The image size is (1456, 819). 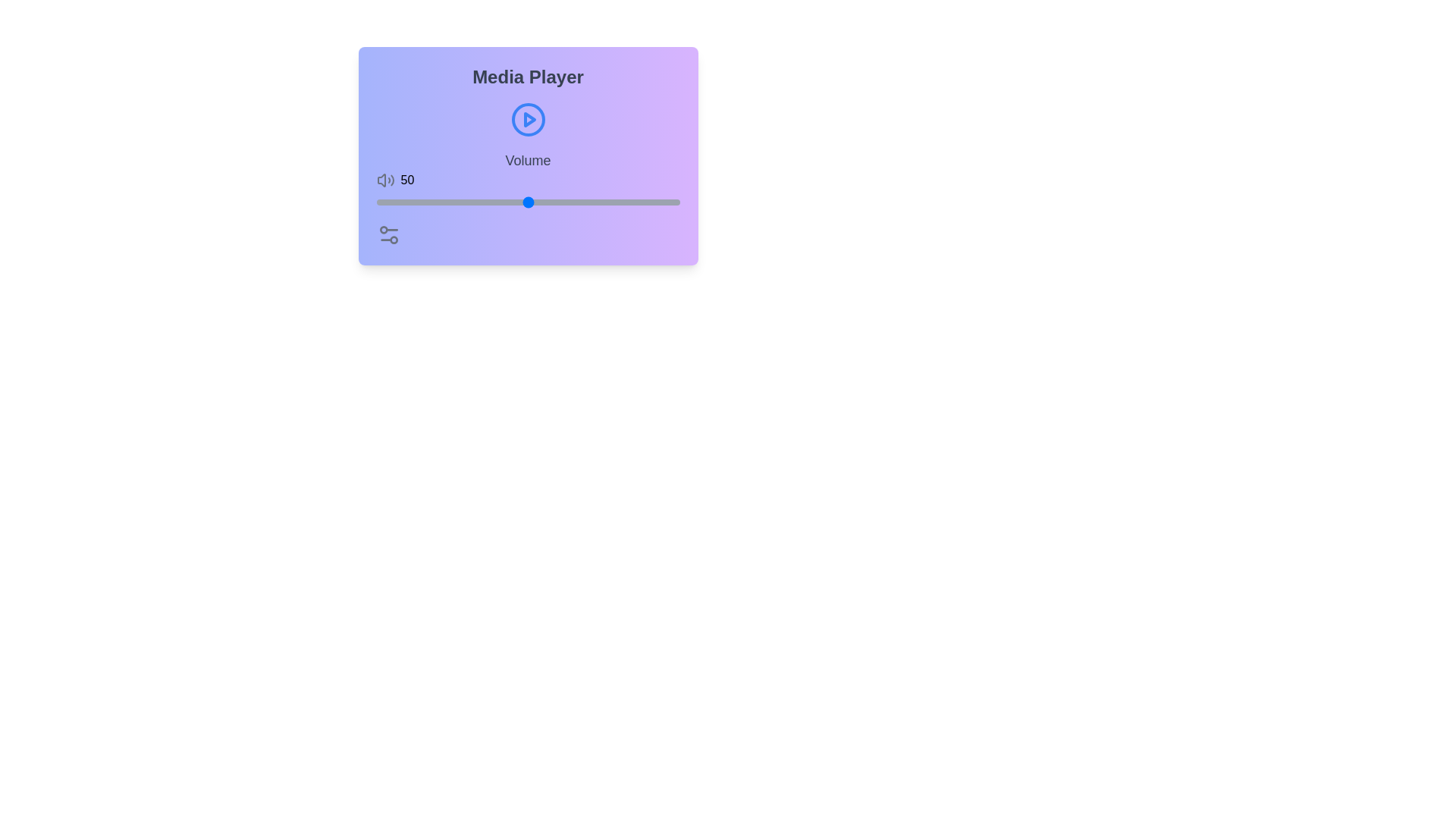 I want to click on the volume level visually on the horizontal volume slider control, which features a circular blue thumb at the center and a speaker icon with the text '50' to the left, so click(x=528, y=180).